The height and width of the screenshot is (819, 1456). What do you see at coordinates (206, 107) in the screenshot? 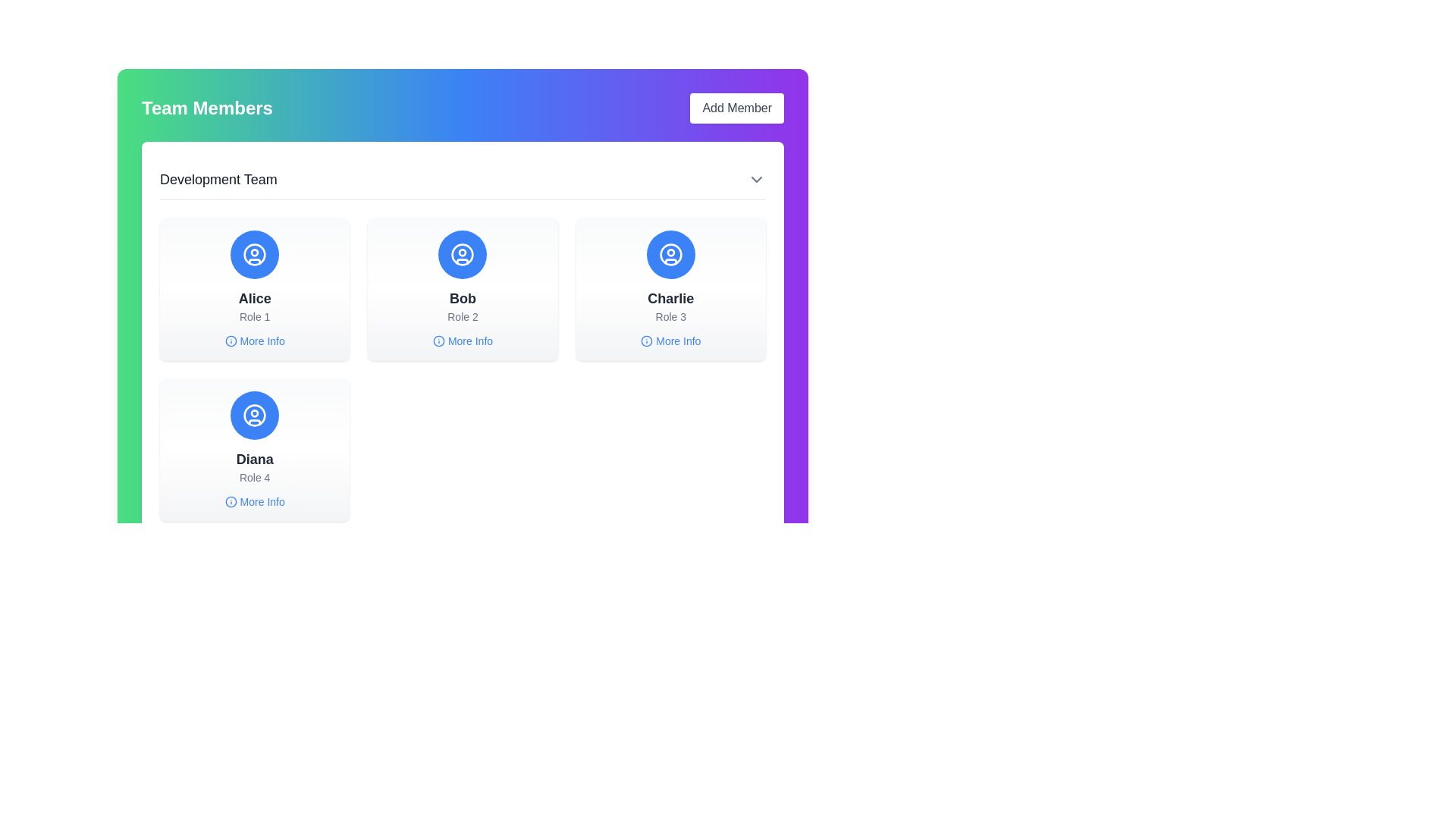
I see `the Text Label that serves as a static header indicating team member information, positioned at the upper-left corner of the interface` at bounding box center [206, 107].